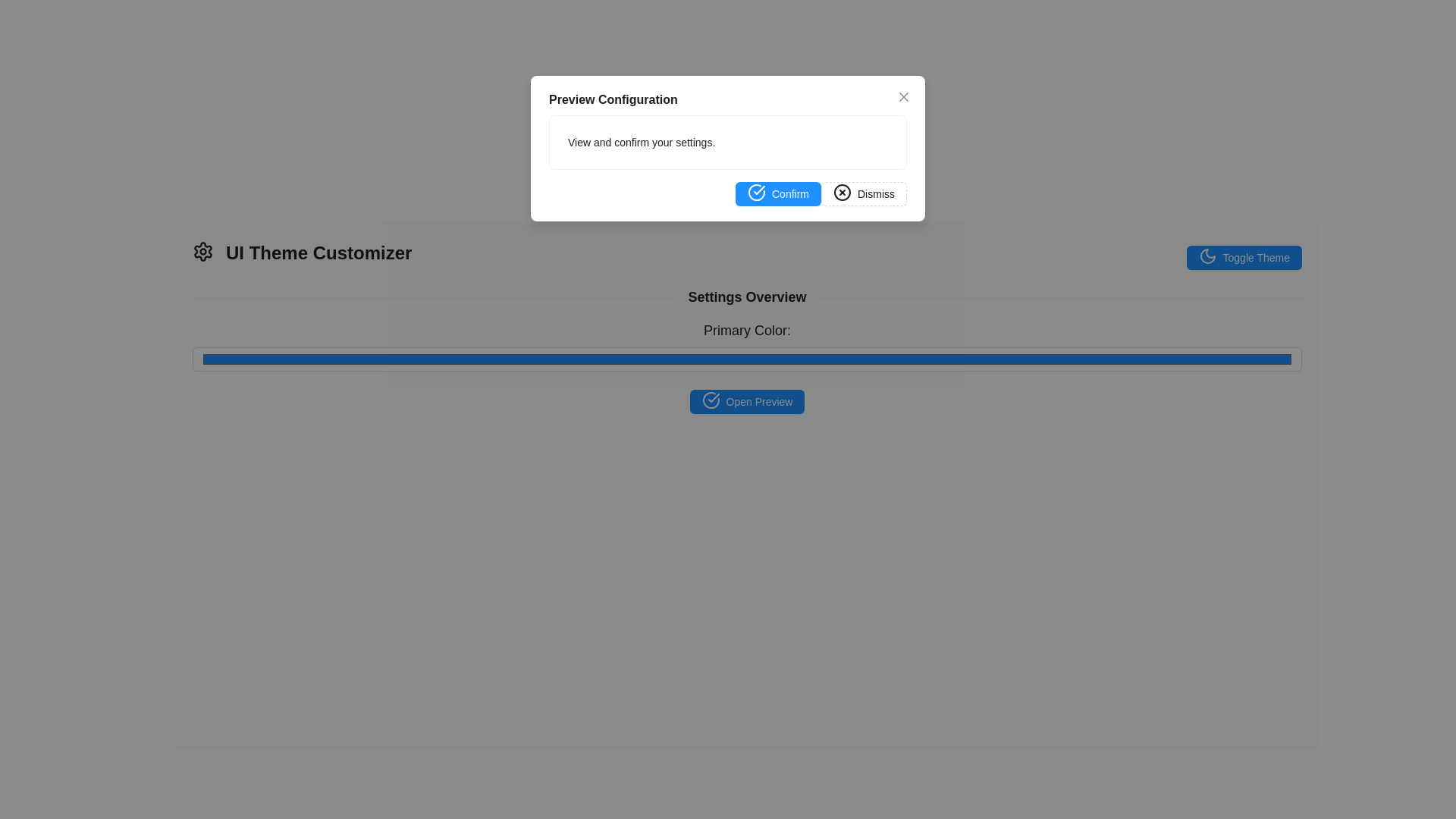 The width and height of the screenshot is (1456, 819). I want to click on the button located under the 'Primary Color' section, so click(747, 400).